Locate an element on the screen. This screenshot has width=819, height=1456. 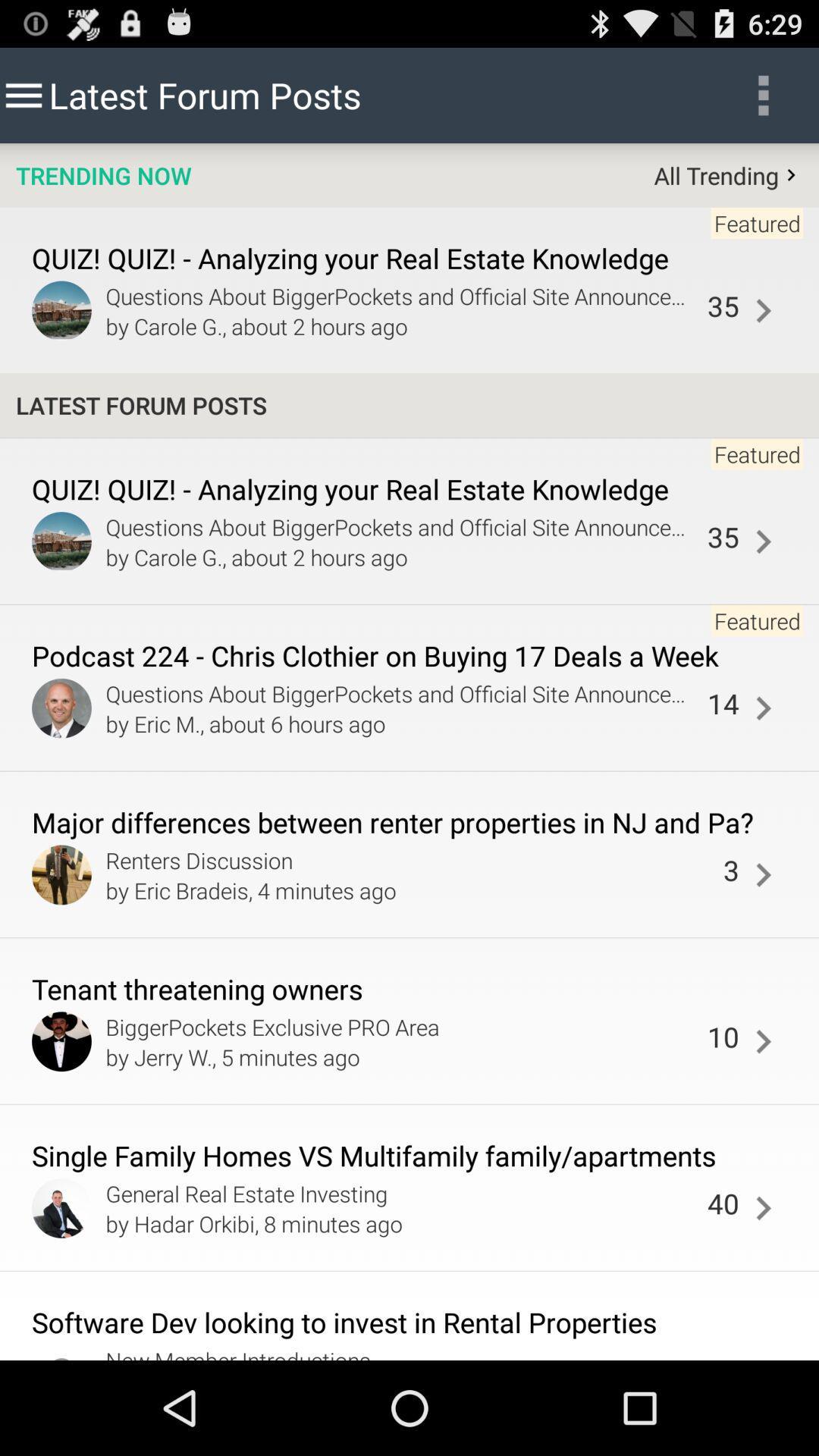
the app next to the 10 is located at coordinates (402, 1056).